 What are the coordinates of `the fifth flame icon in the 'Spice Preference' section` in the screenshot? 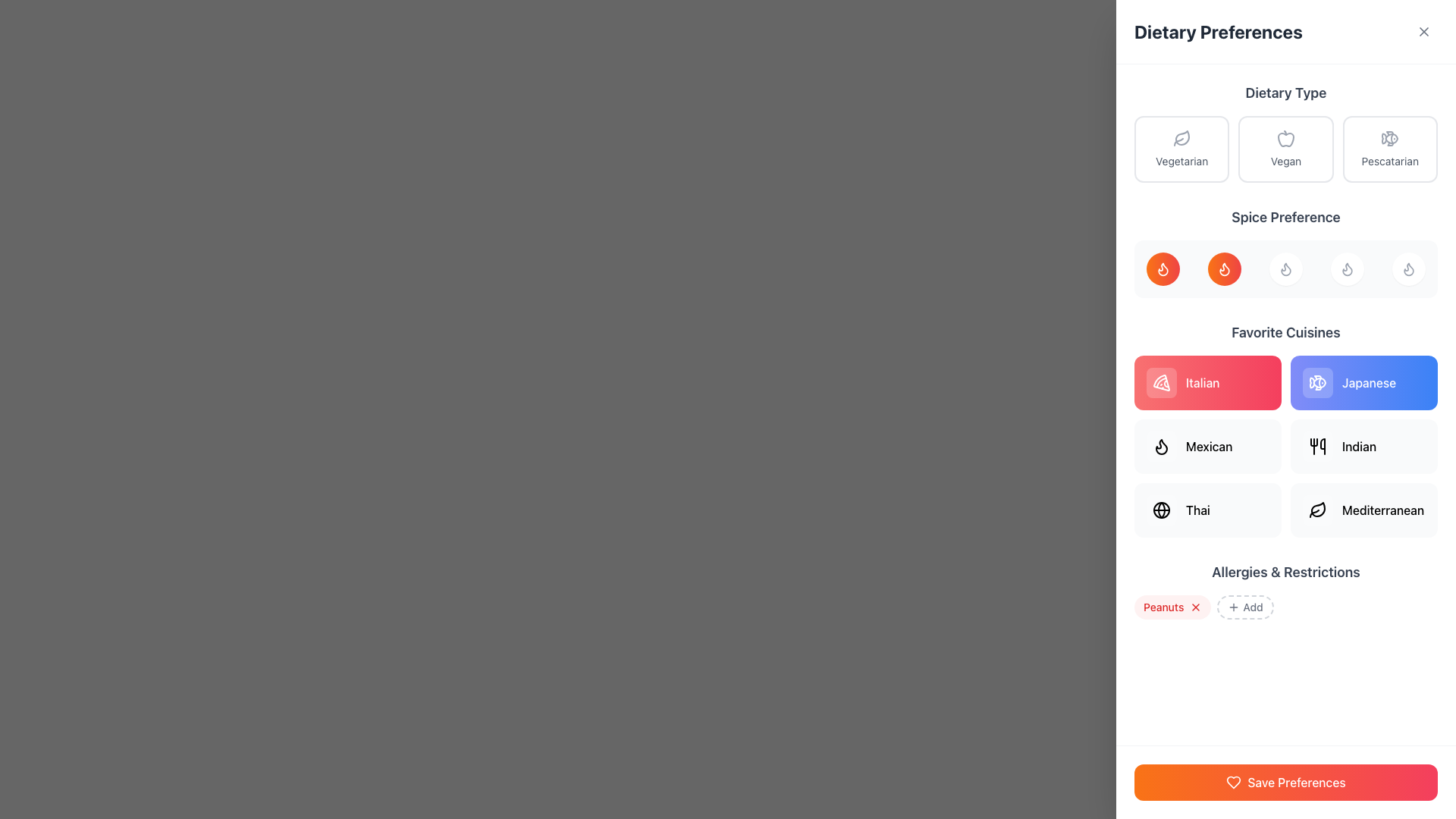 It's located at (1407, 268).